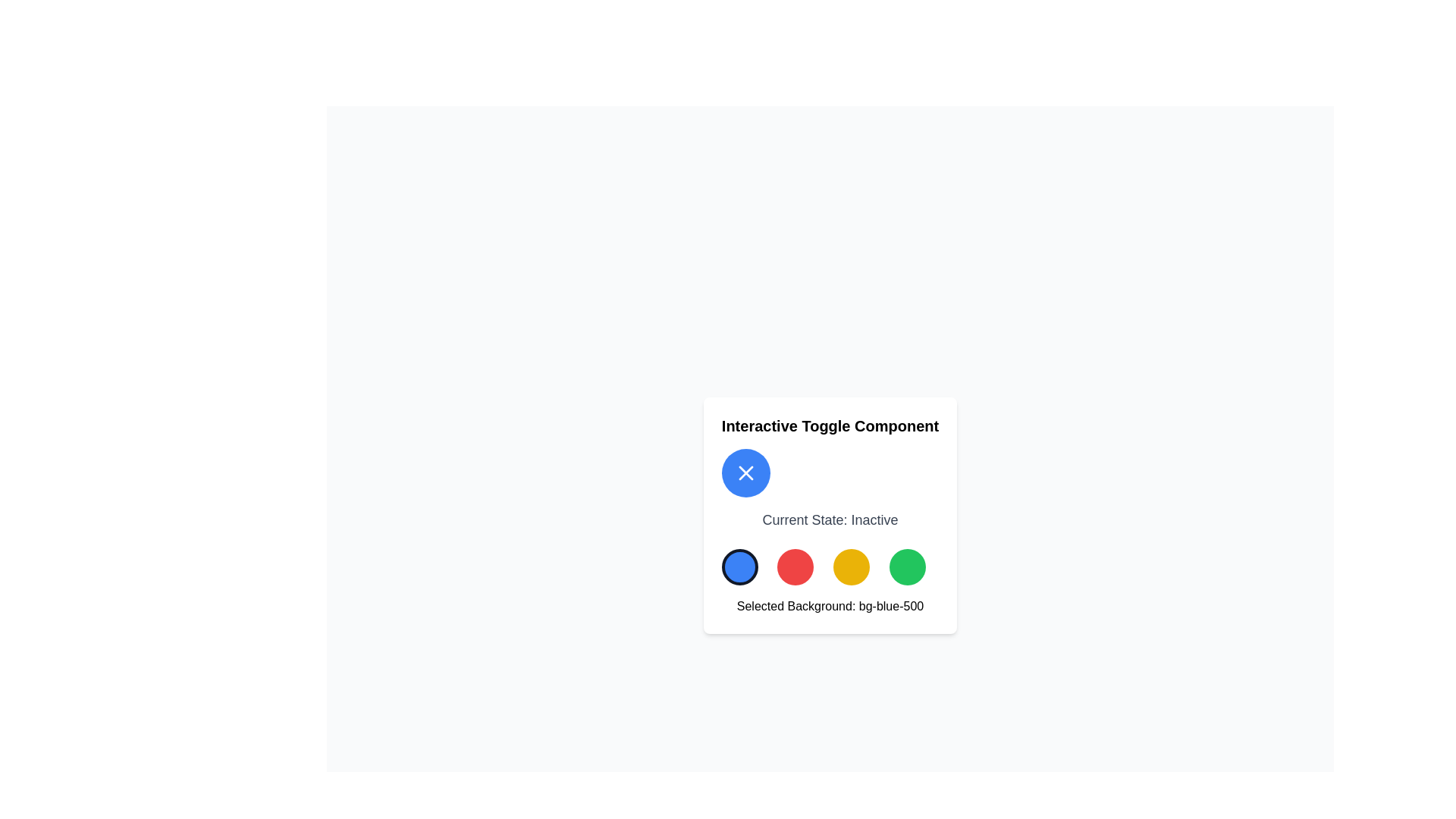 Image resolution: width=1456 pixels, height=819 pixels. I want to click on the close or cancel action indicator represented by the SVG graphic located at the center-right area of the interface, which is part of the toggle functionality, so click(745, 472).